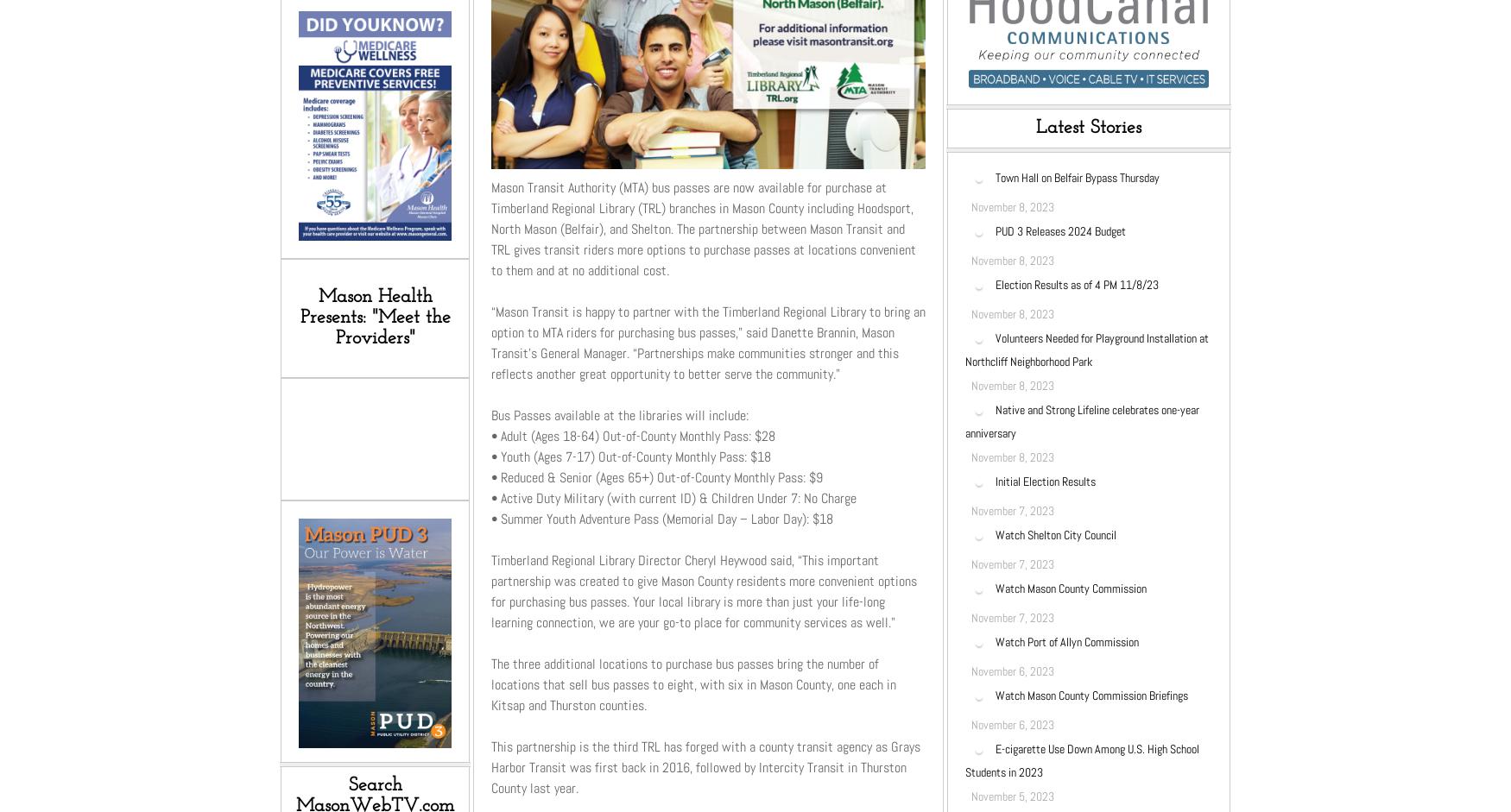 The width and height of the screenshot is (1511, 812). I want to click on 'Watch Mason County Commission Briefings', so click(1096, 695).